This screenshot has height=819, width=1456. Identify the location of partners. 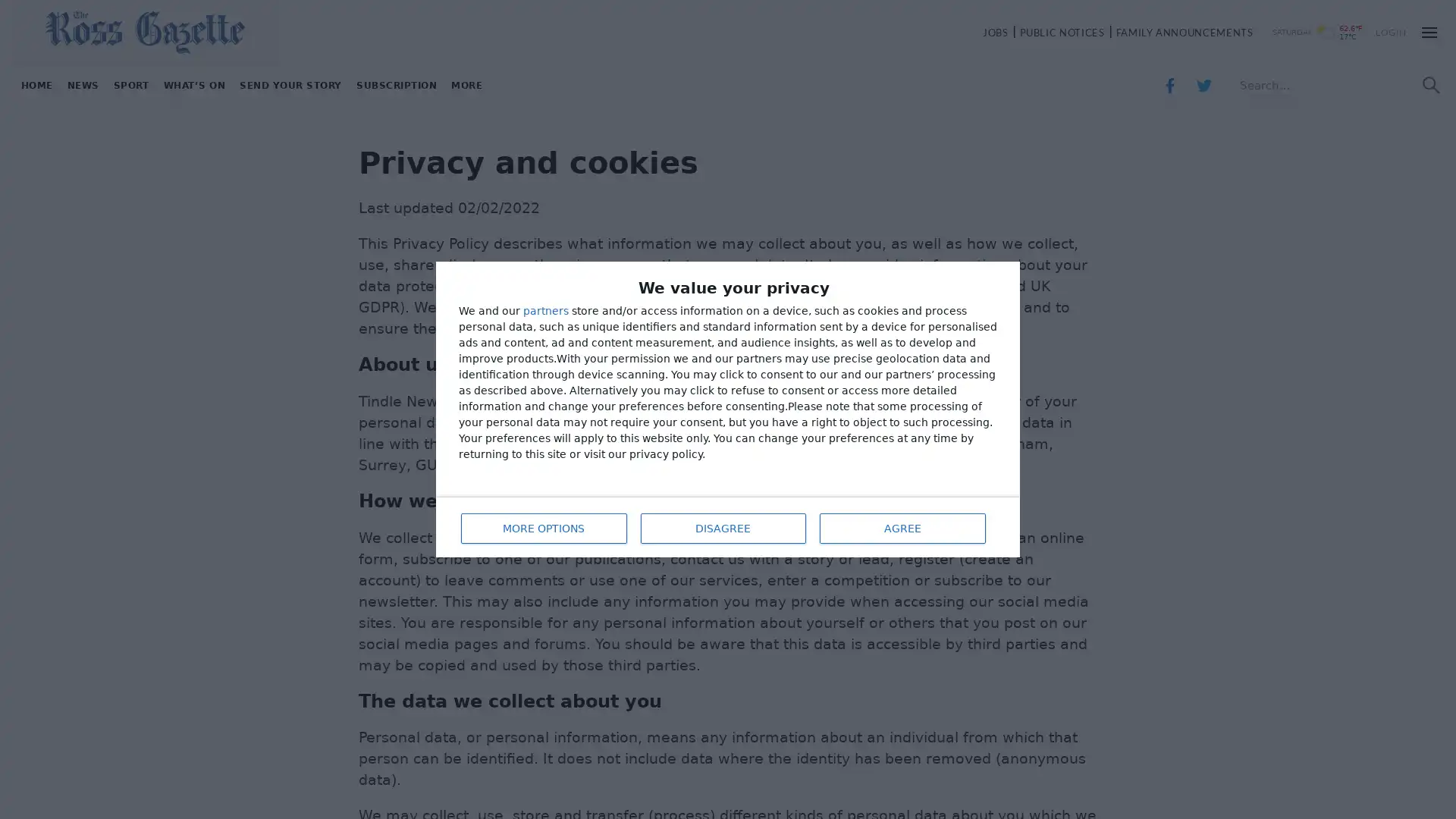
(546, 311).